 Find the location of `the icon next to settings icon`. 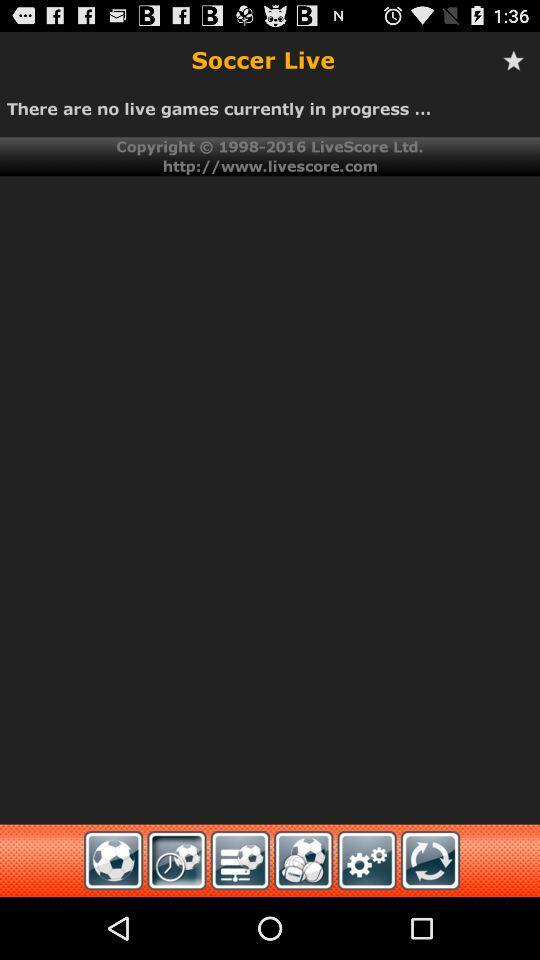

the icon next to settings icon is located at coordinates (429, 859).